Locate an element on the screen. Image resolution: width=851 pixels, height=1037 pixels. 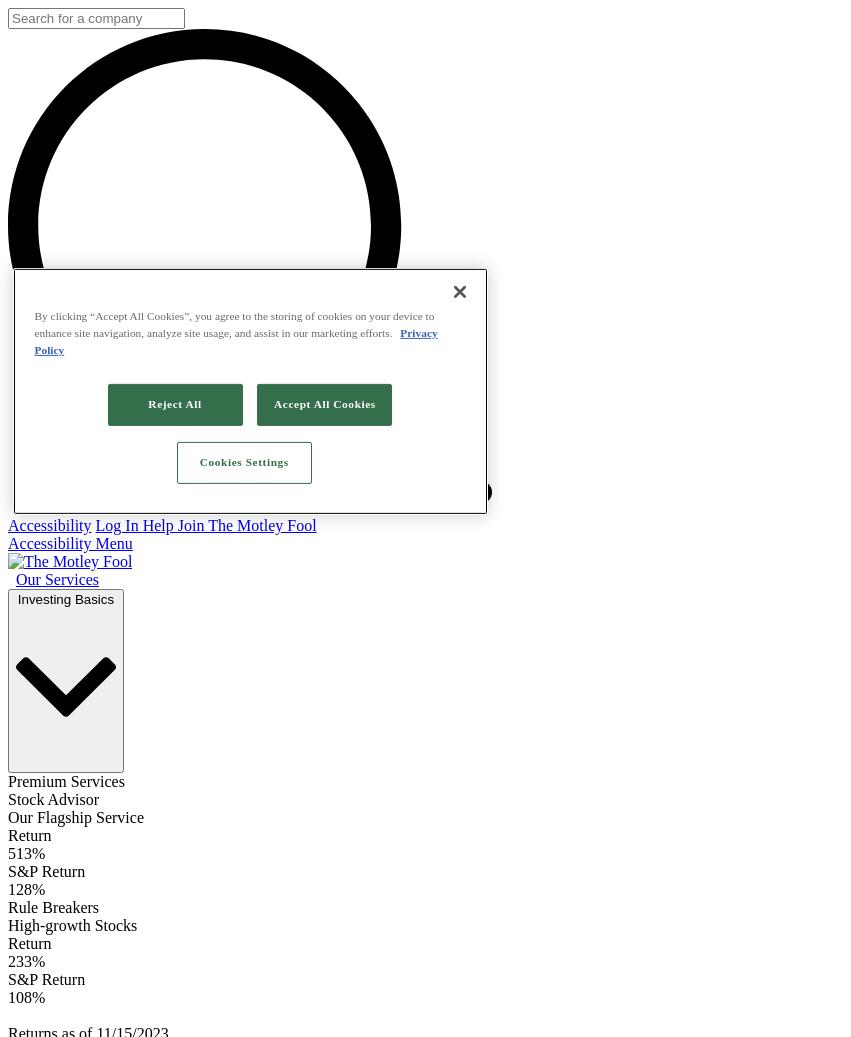
'Accessibility Menu' is located at coordinates (70, 543).